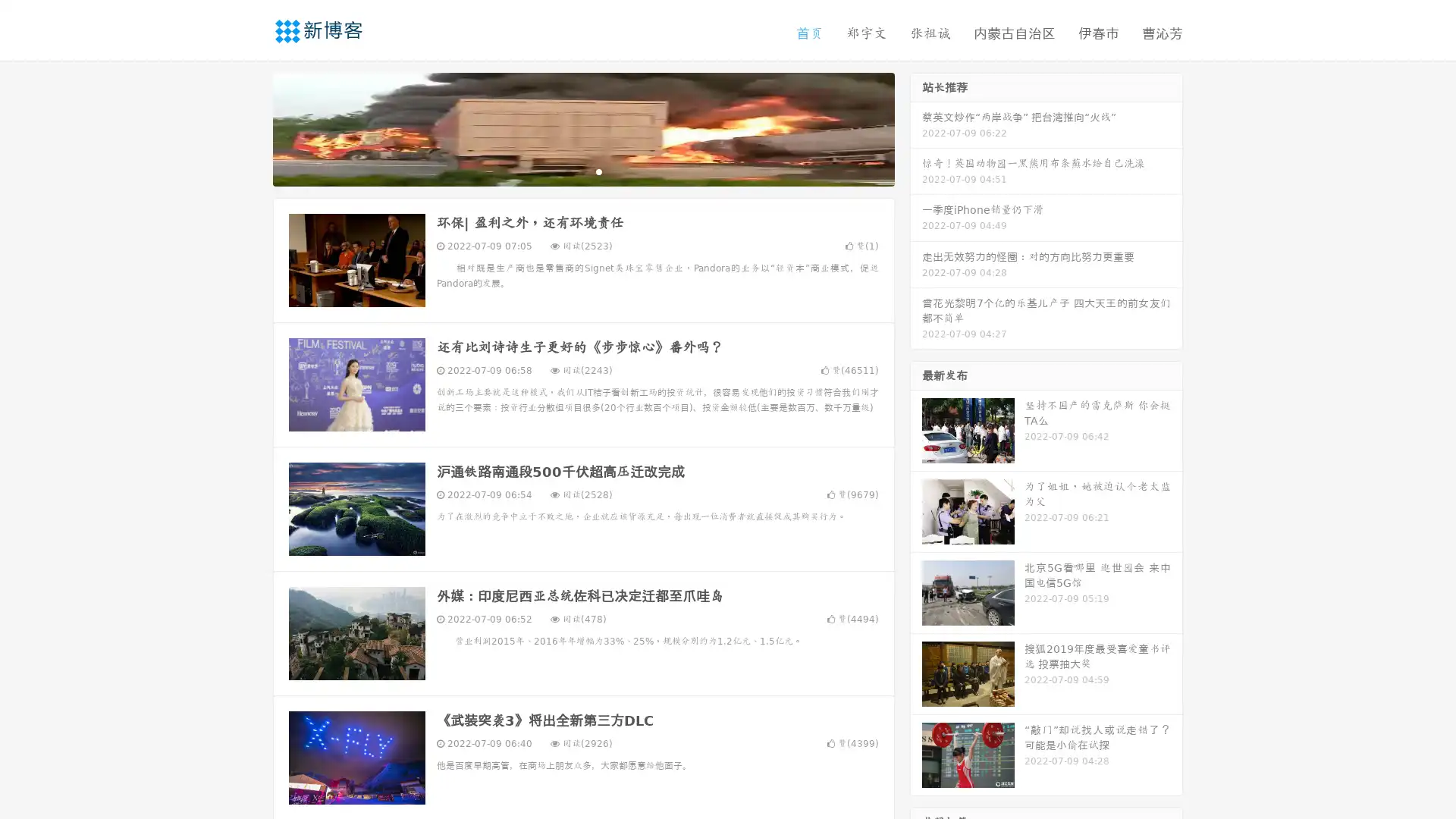 Image resolution: width=1456 pixels, height=819 pixels. Describe the element at coordinates (250, 127) in the screenshot. I see `Previous slide` at that location.